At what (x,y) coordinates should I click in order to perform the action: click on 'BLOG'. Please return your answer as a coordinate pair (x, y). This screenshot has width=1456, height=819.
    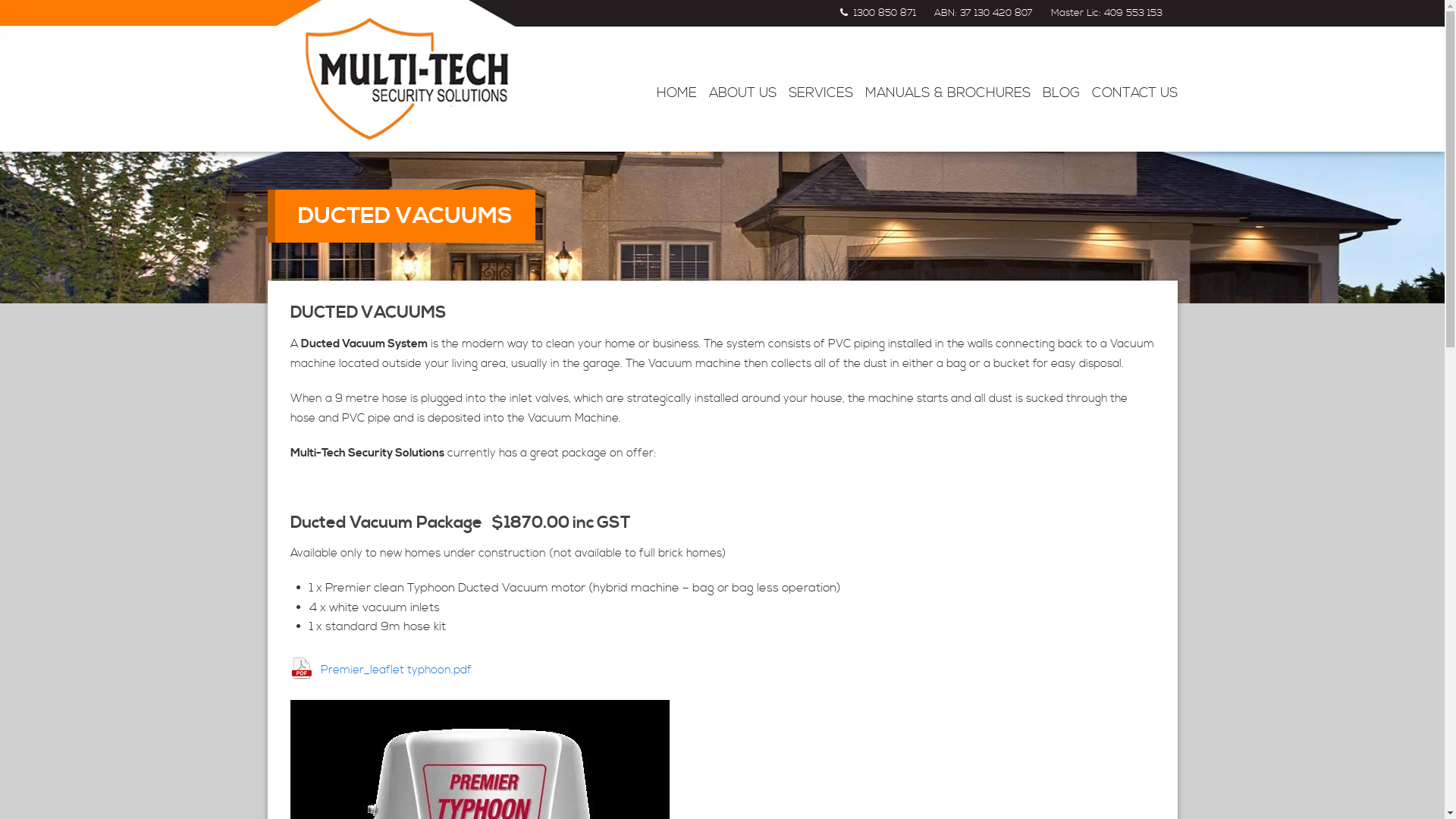
    Looking at the image, I should click on (1059, 93).